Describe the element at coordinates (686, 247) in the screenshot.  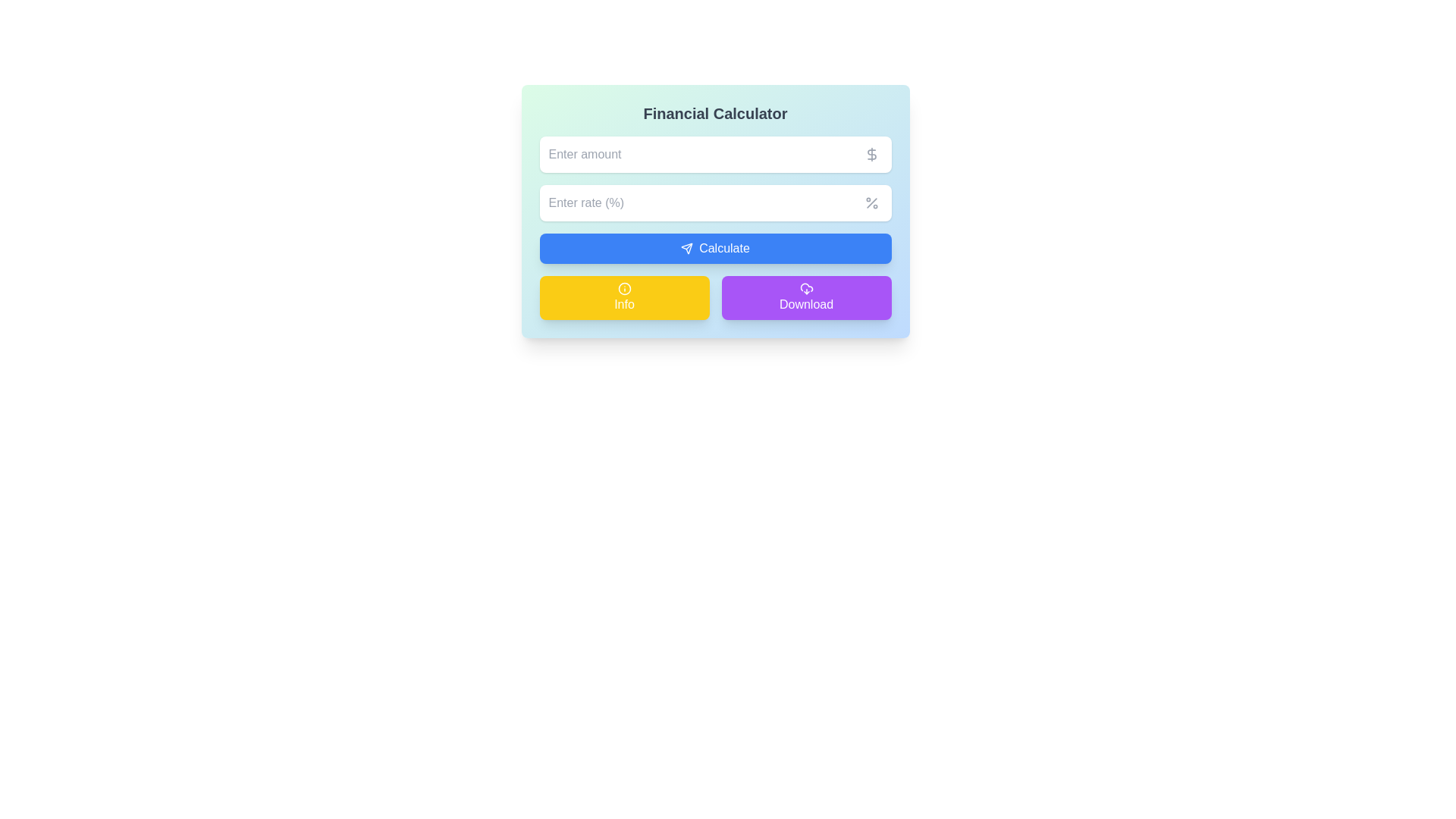
I see `the small paper plane icon representing the 'send' action, located to the left side of the 'Calculate' button, near the center of the button's vertical axis` at that location.